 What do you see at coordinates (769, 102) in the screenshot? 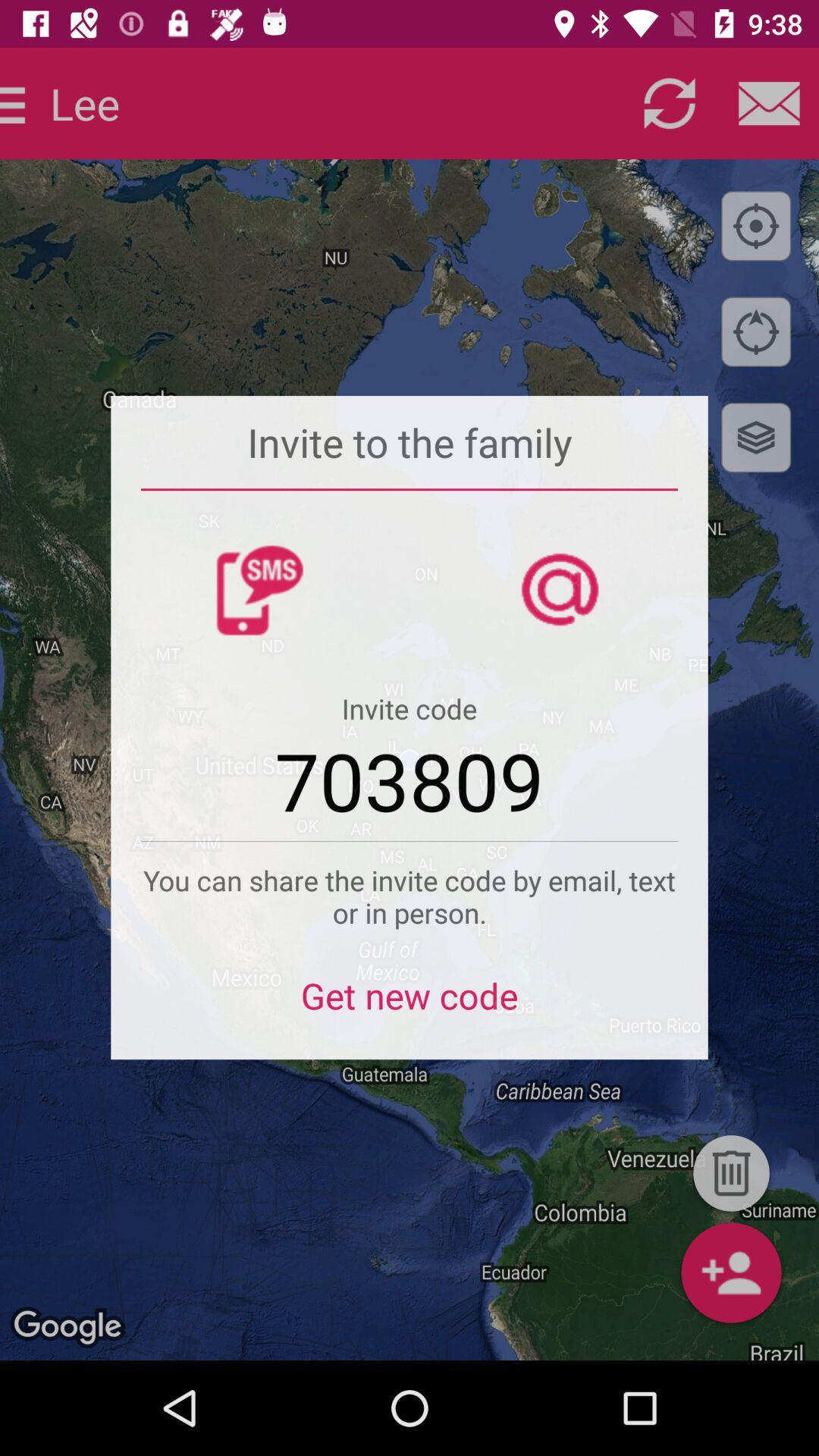
I see `share by email` at bounding box center [769, 102].